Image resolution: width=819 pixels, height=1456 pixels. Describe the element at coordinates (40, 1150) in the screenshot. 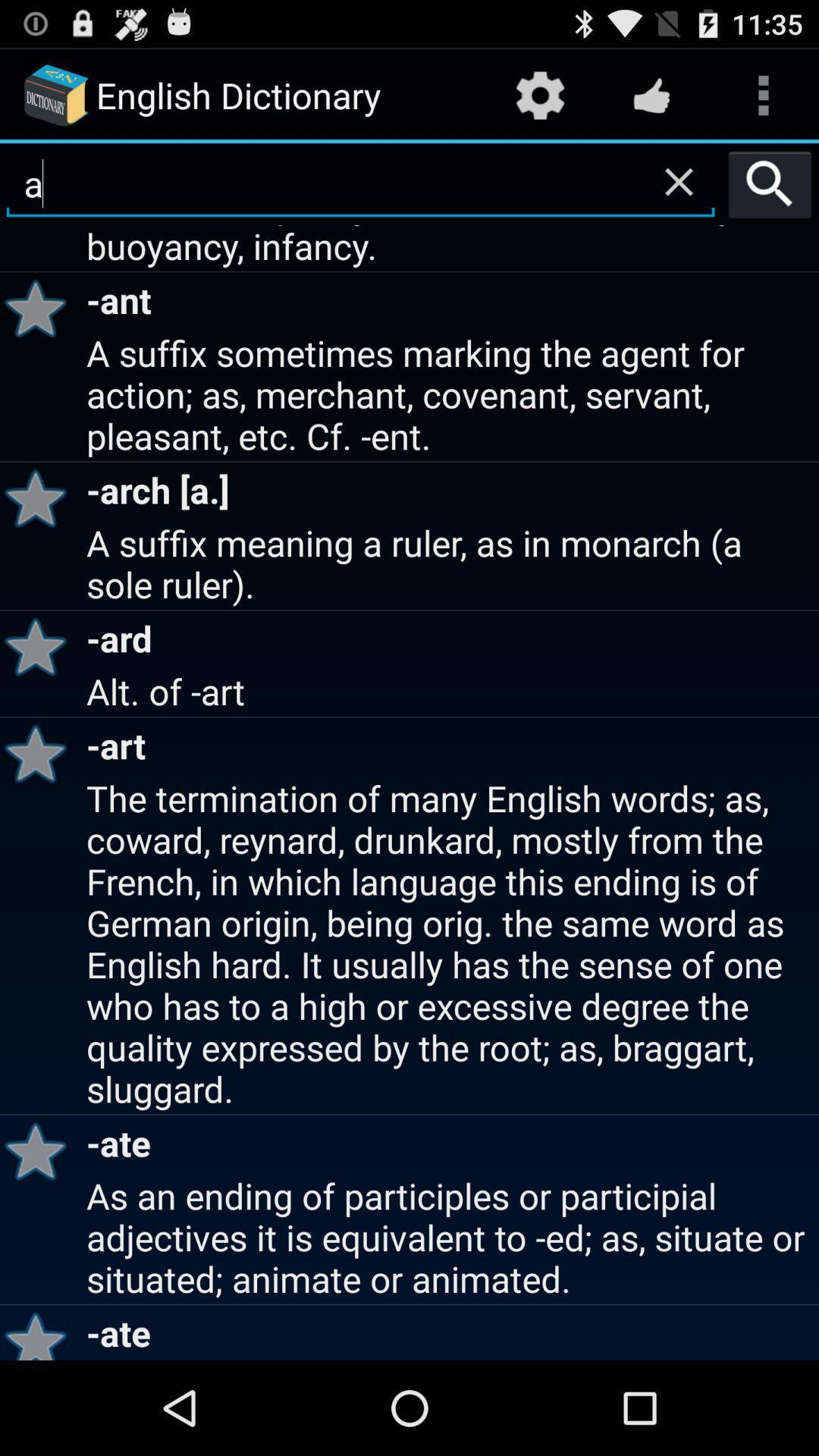

I see `icon next to the the termination of app` at that location.